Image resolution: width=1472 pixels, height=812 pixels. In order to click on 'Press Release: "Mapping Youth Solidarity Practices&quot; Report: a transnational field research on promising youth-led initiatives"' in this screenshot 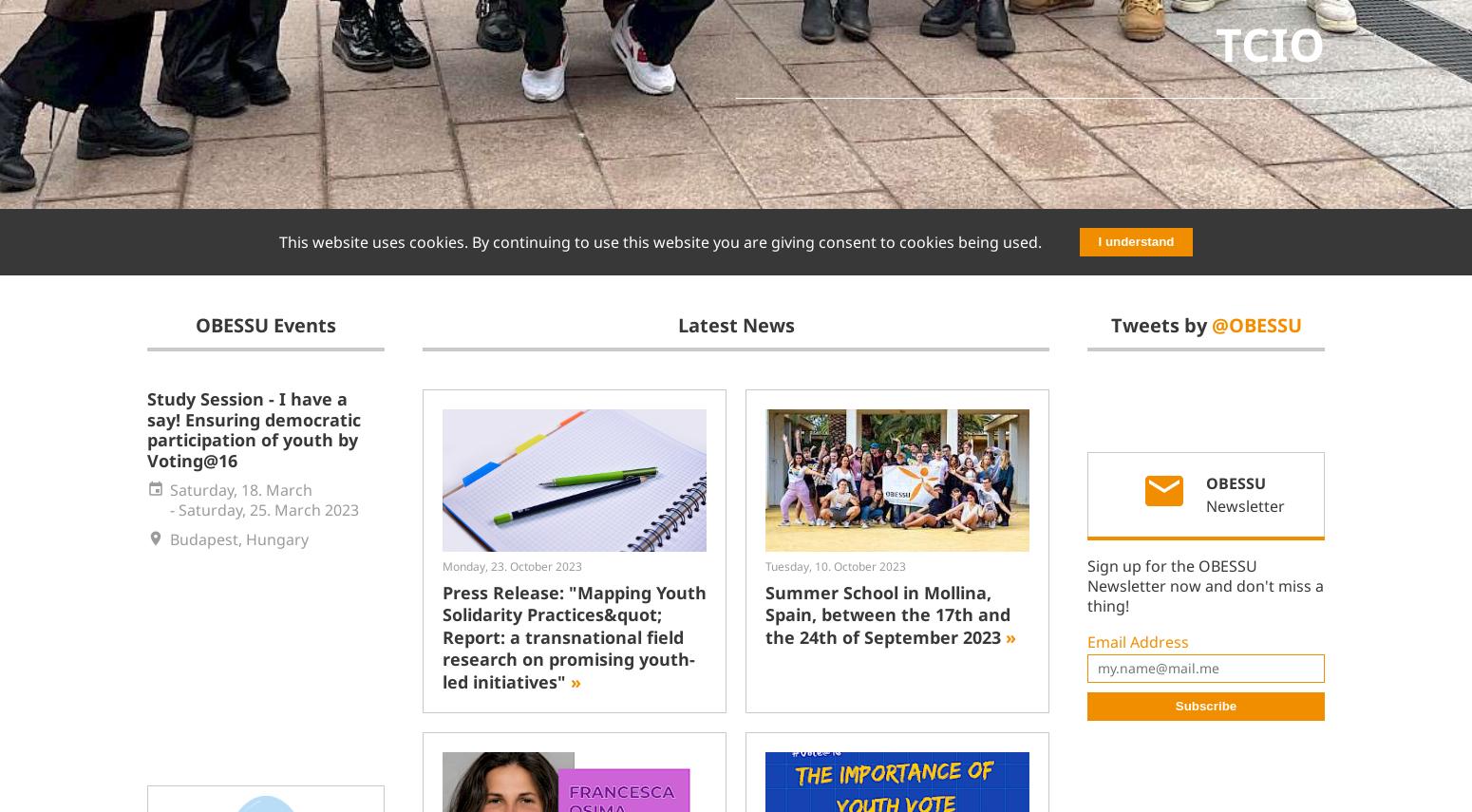, I will do `click(574, 636)`.